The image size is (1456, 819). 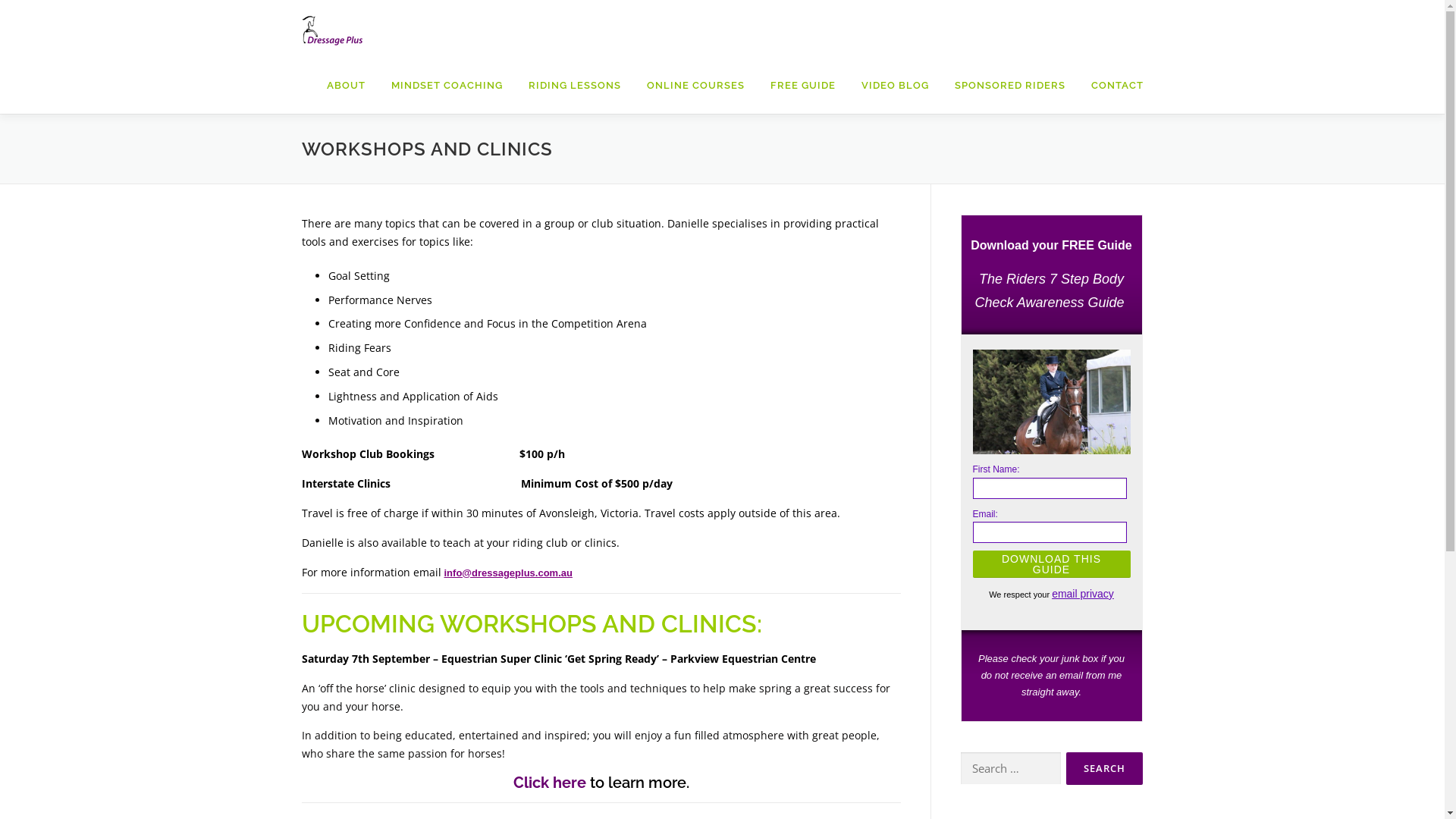 I want to click on 'email privacy', so click(x=1082, y=593).